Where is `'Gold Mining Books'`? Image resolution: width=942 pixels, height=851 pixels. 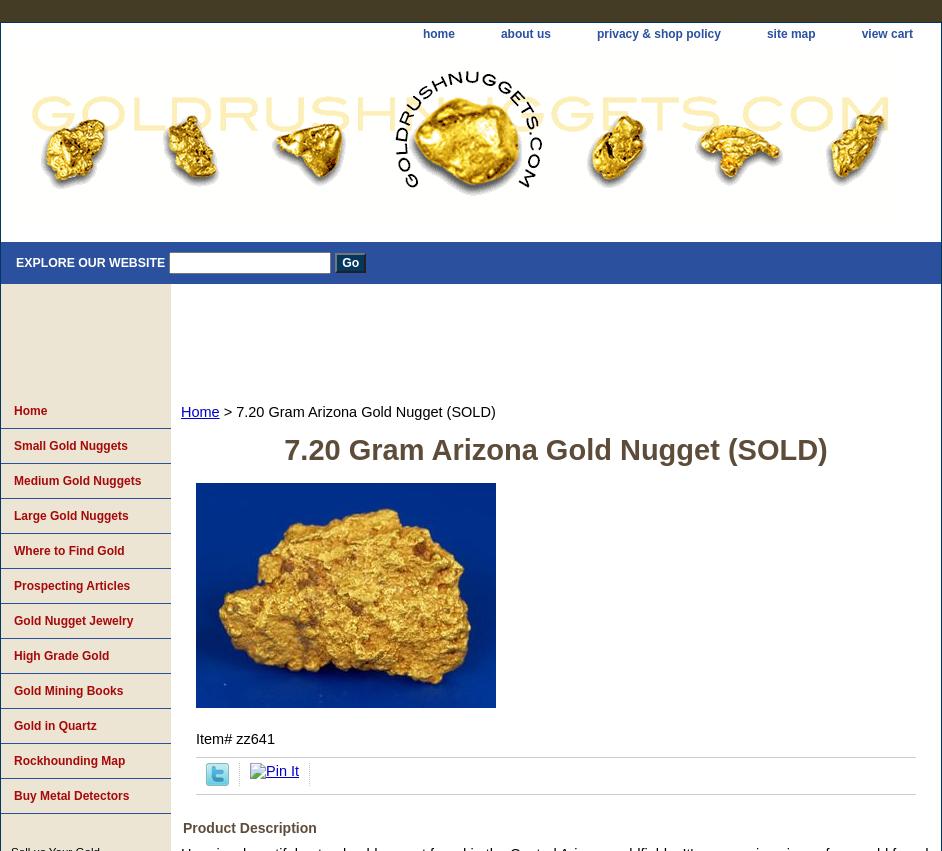 'Gold Mining Books' is located at coordinates (14, 691).